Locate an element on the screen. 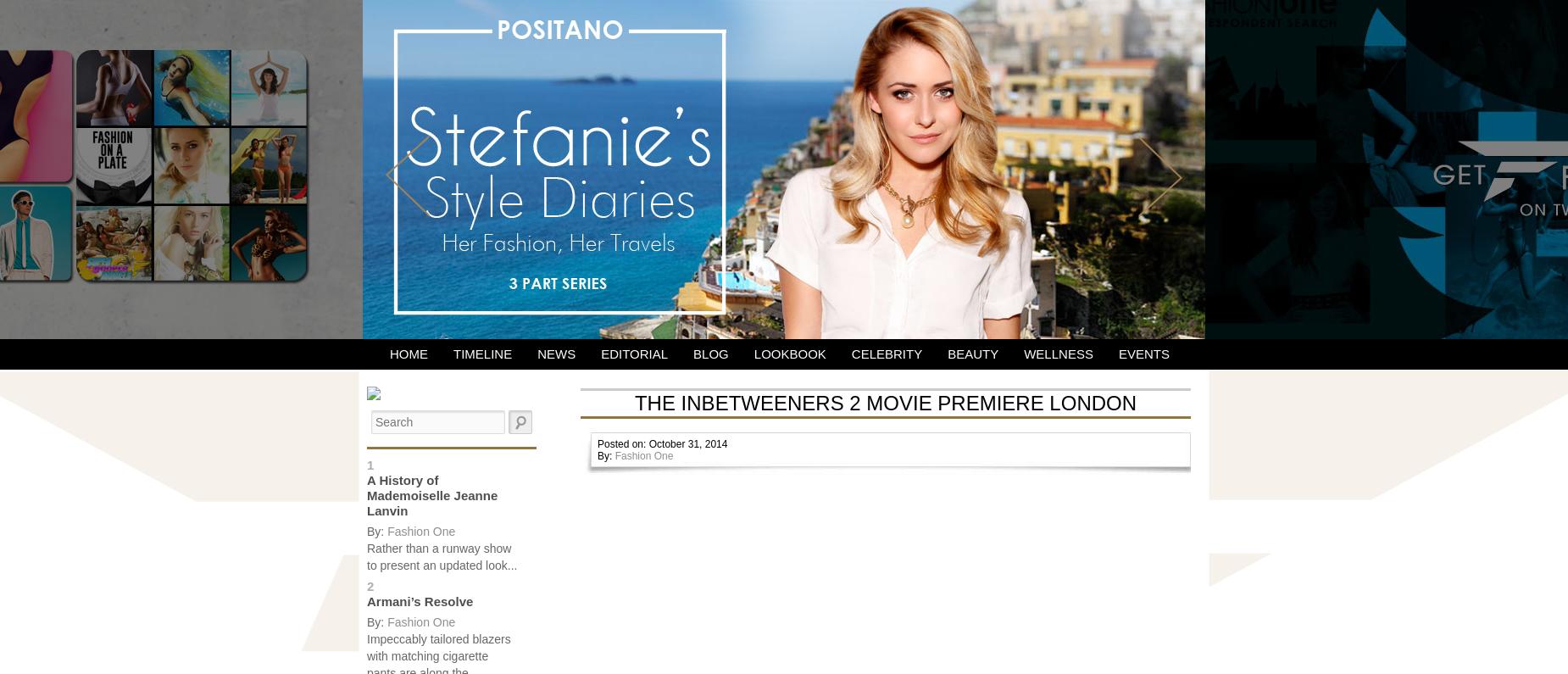 The image size is (1568, 674). 'LOOKBOOK' is located at coordinates (788, 354).